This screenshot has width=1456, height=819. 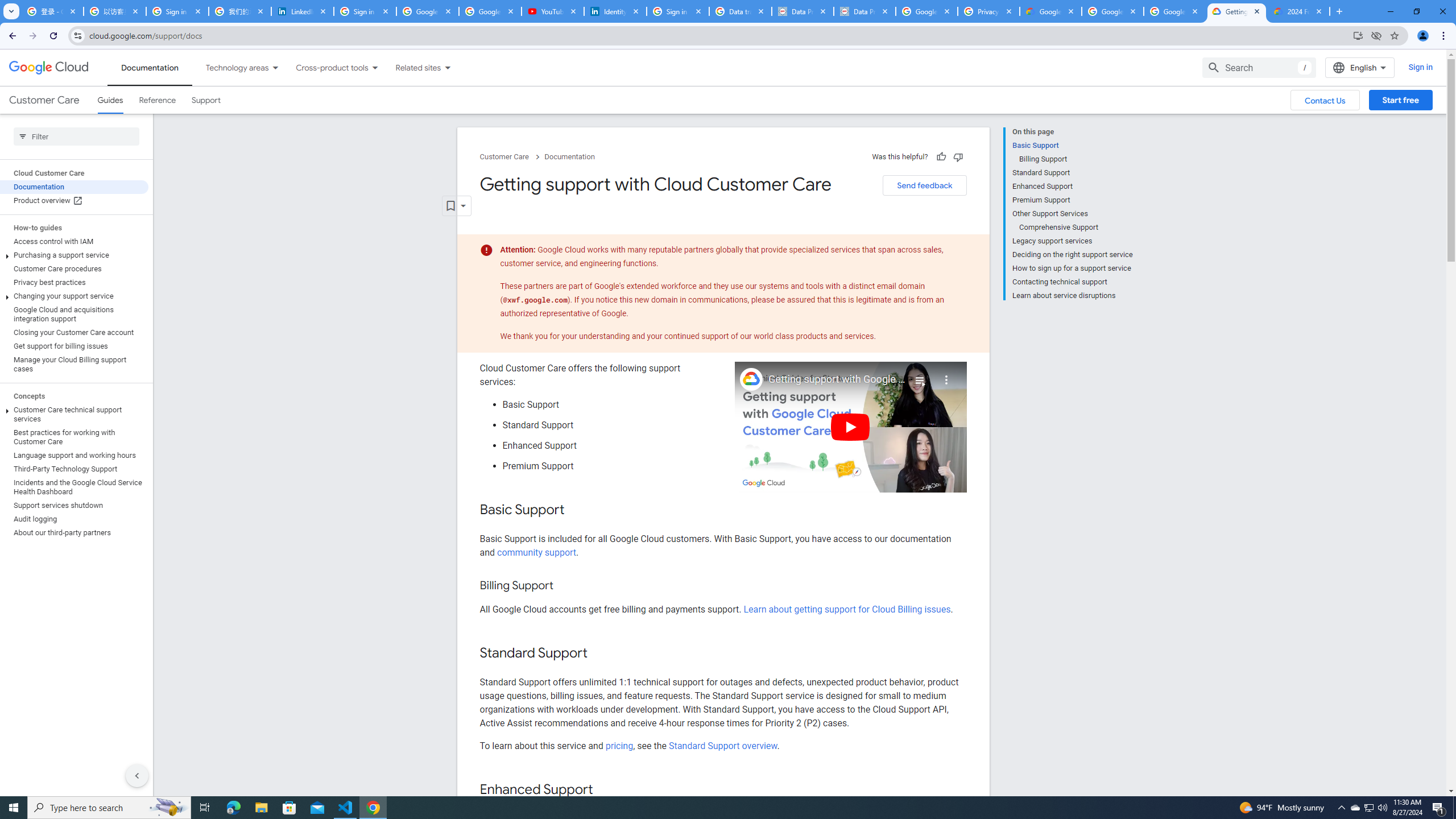 What do you see at coordinates (751, 379) in the screenshot?
I see `'Photo image of Google Cloud Tech'` at bounding box center [751, 379].